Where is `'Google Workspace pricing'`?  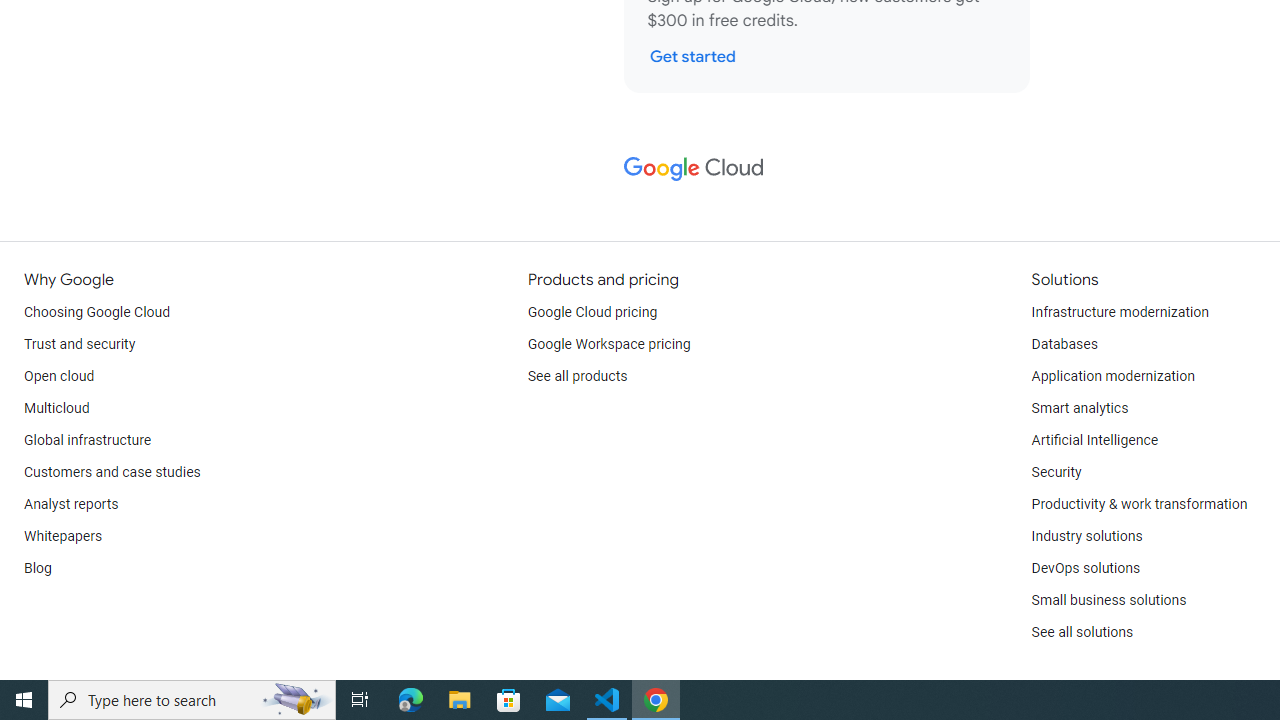
'Google Workspace pricing' is located at coordinates (608, 343).